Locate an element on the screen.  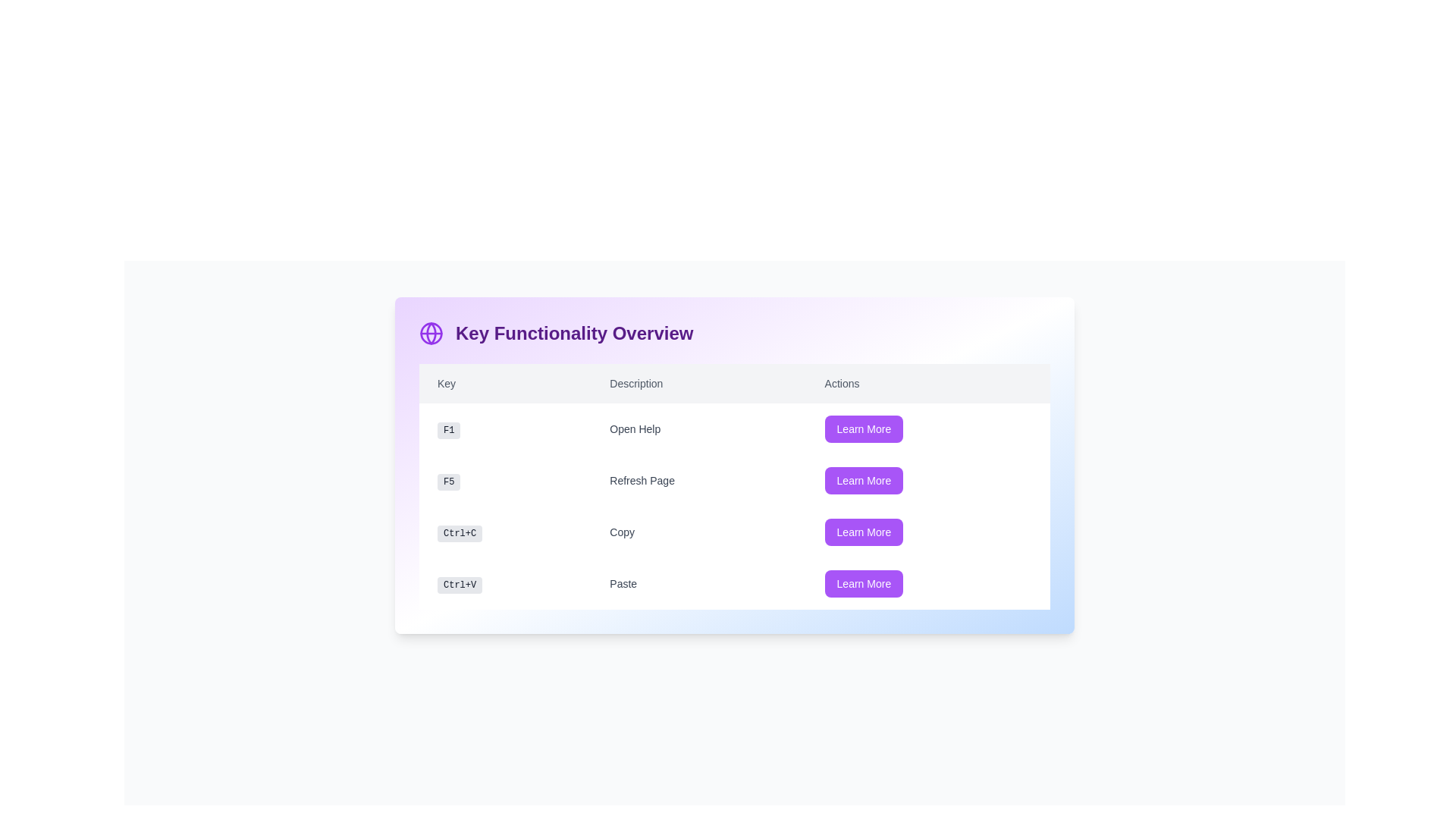
the third button in the 'Actions' column related to the 'Copy' action, which allows users is located at coordinates (864, 532).